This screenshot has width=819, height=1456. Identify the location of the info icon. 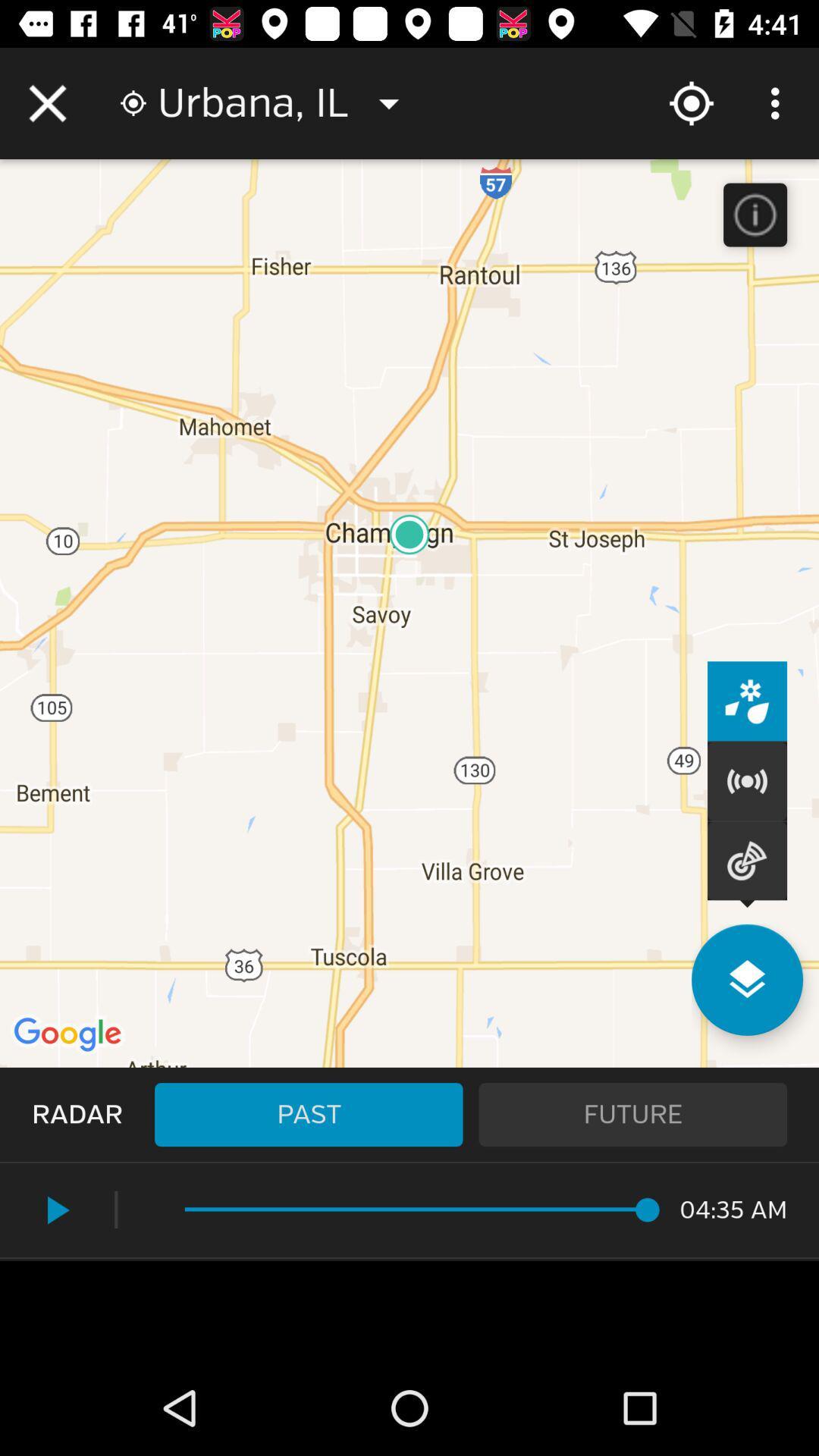
(755, 214).